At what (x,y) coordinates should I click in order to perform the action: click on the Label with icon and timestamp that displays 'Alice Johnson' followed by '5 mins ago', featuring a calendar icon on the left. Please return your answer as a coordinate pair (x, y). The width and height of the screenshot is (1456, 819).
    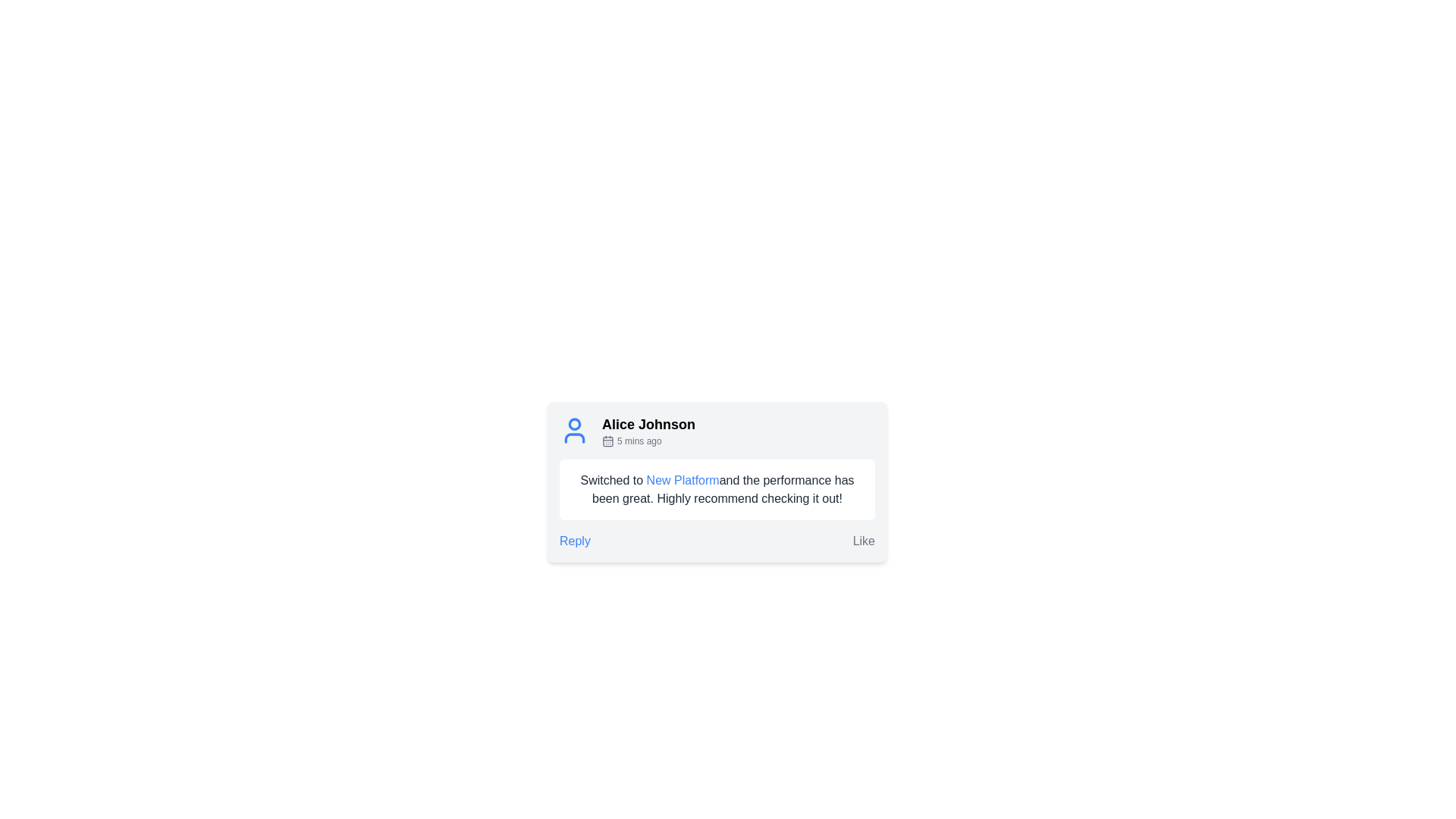
    Looking at the image, I should click on (648, 430).